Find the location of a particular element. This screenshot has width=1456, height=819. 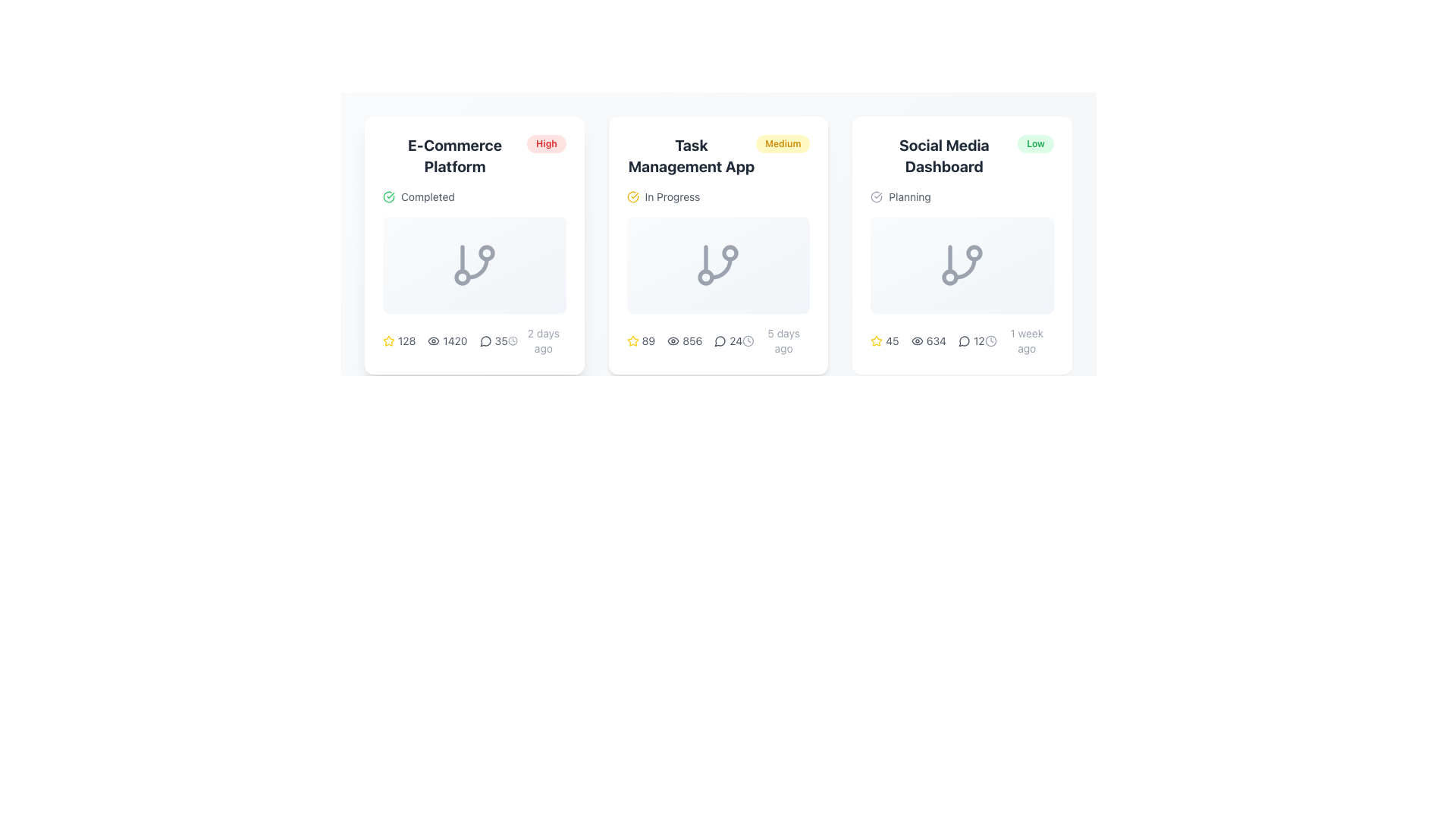

the number '45' in the rating indicator located at the bottom-left corner of the third card from the left is located at coordinates (884, 341).